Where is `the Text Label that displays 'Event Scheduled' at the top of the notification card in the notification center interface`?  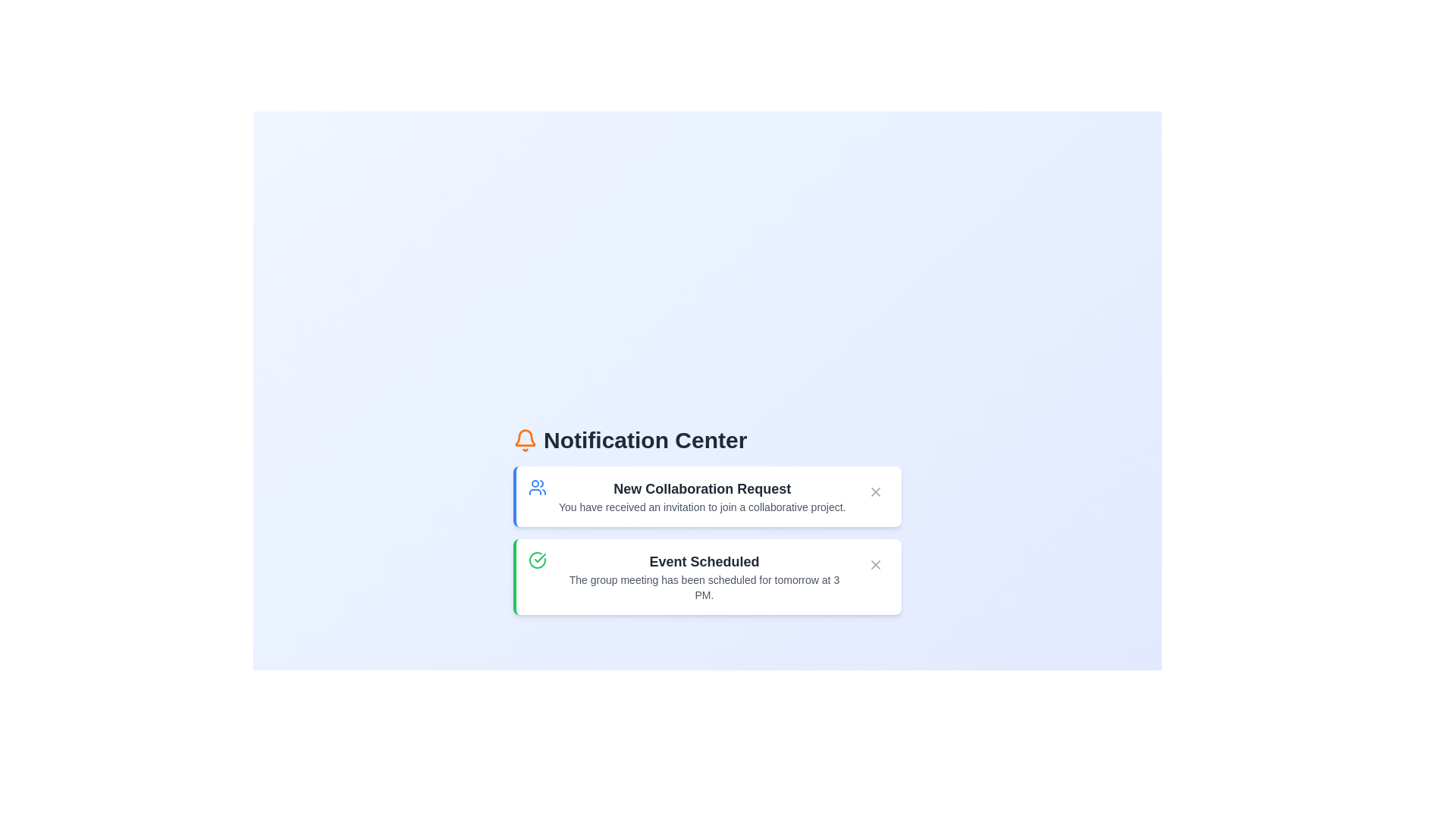 the Text Label that displays 'Event Scheduled' at the top of the notification card in the notification center interface is located at coordinates (703, 561).